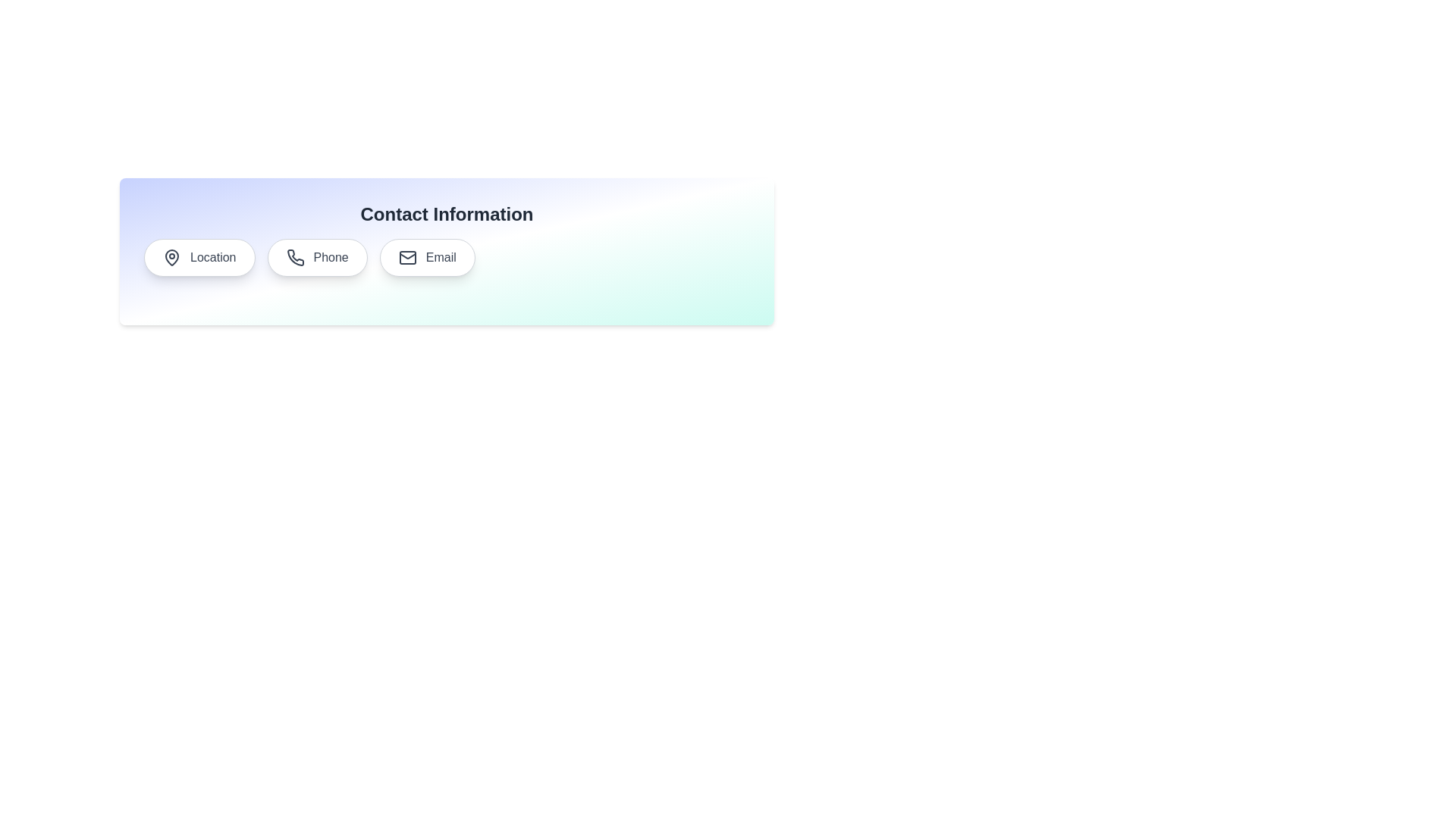 The width and height of the screenshot is (1456, 819). I want to click on the Location chip to display its contact information, so click(199, 256).